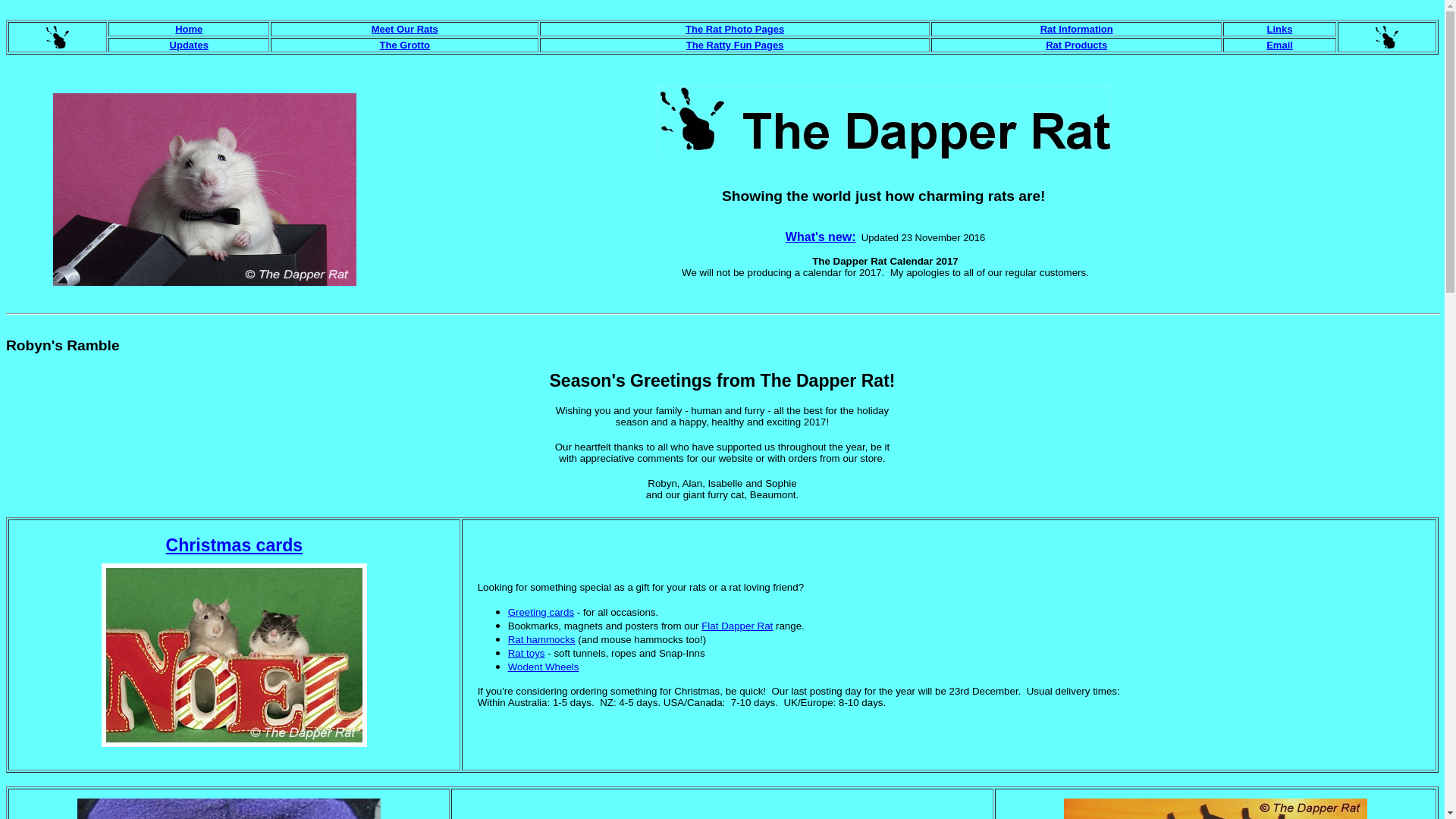  Describe the element at coordinates (188, 44) in the screenshot. I see `'Updates'` at that location.